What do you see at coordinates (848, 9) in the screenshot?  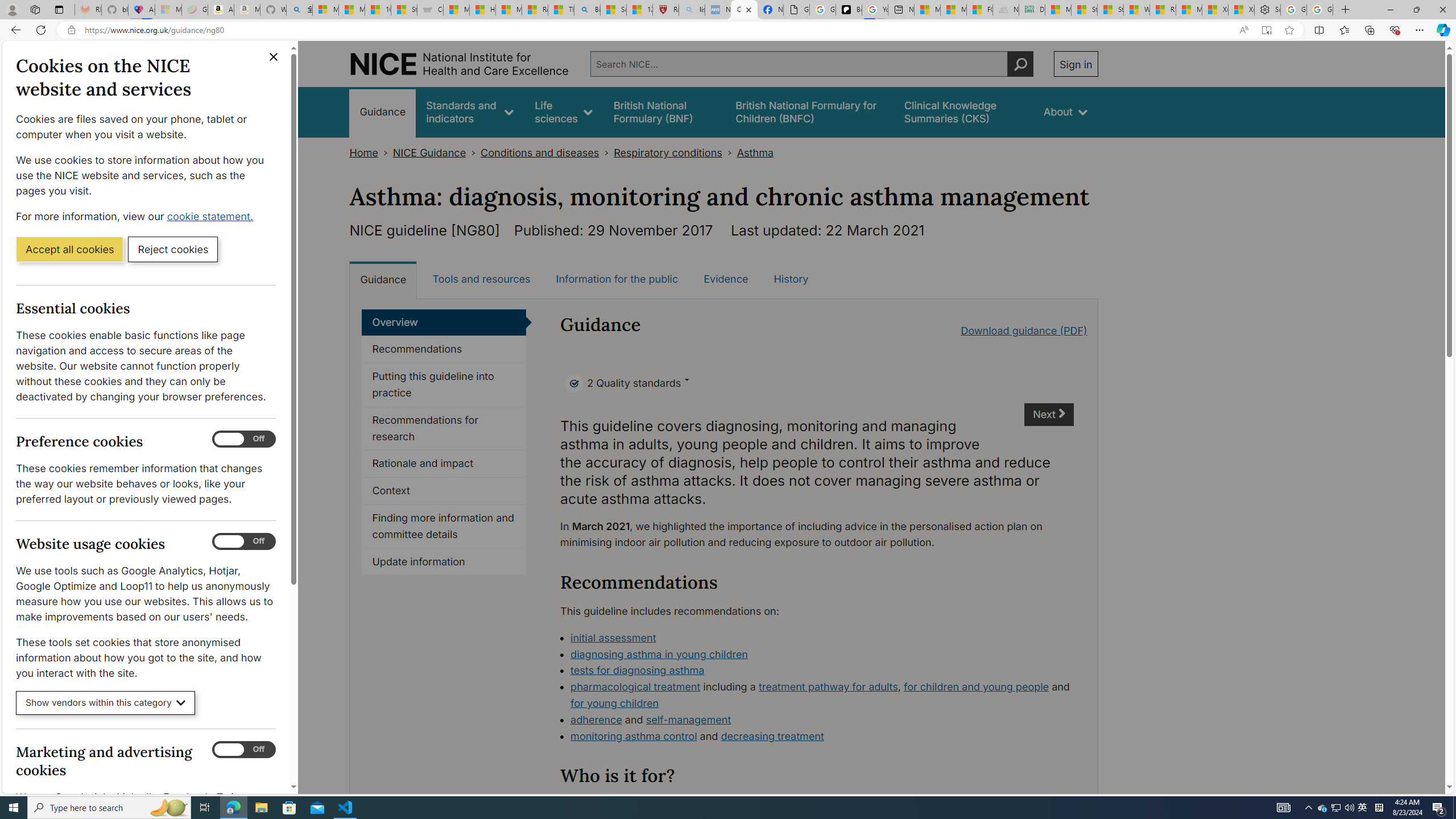 I see `'Be Smart | creating Science videos | Patreon'` at bounding box center [848, 9].